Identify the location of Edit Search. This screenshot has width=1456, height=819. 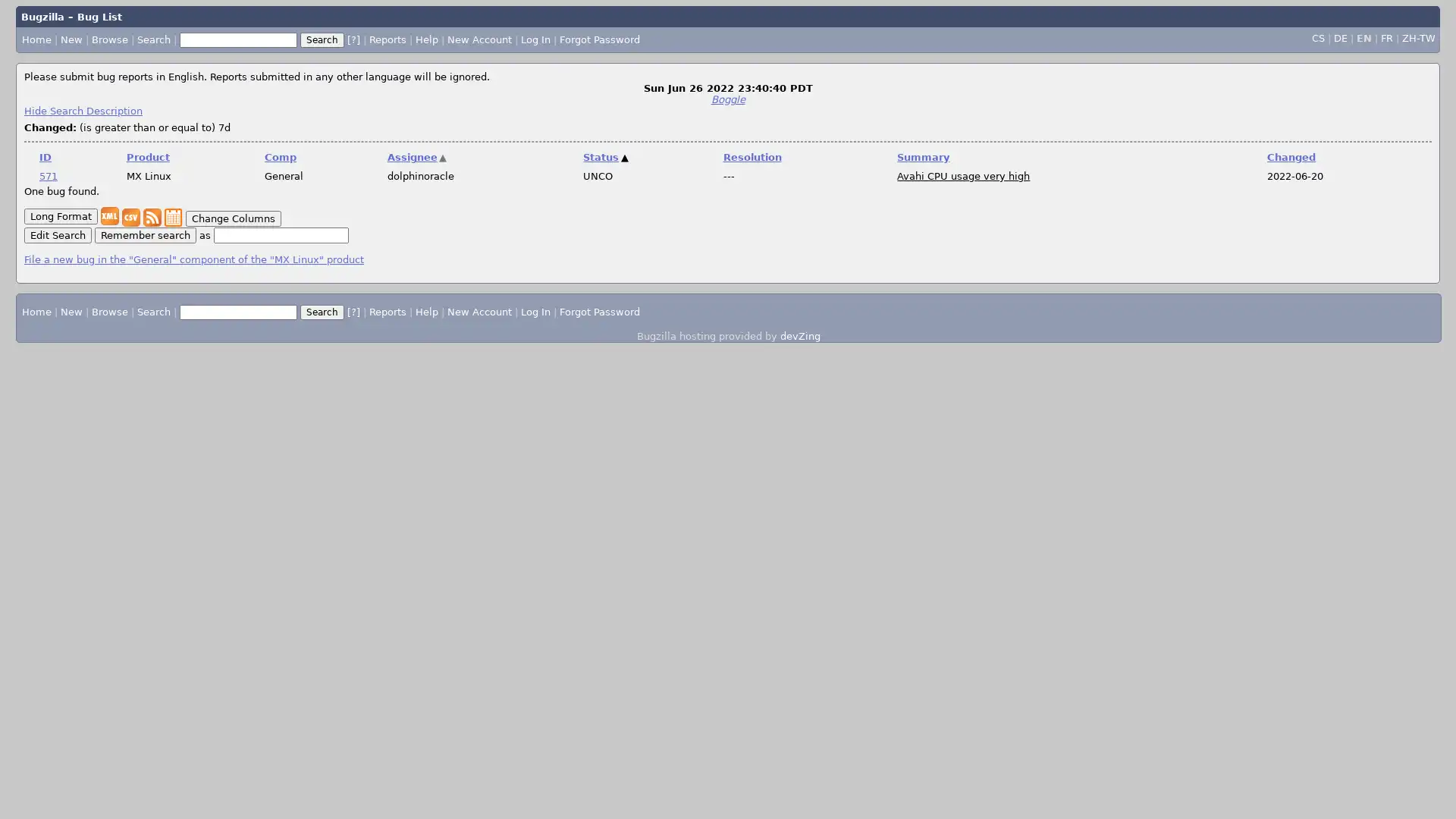
(58, 235).